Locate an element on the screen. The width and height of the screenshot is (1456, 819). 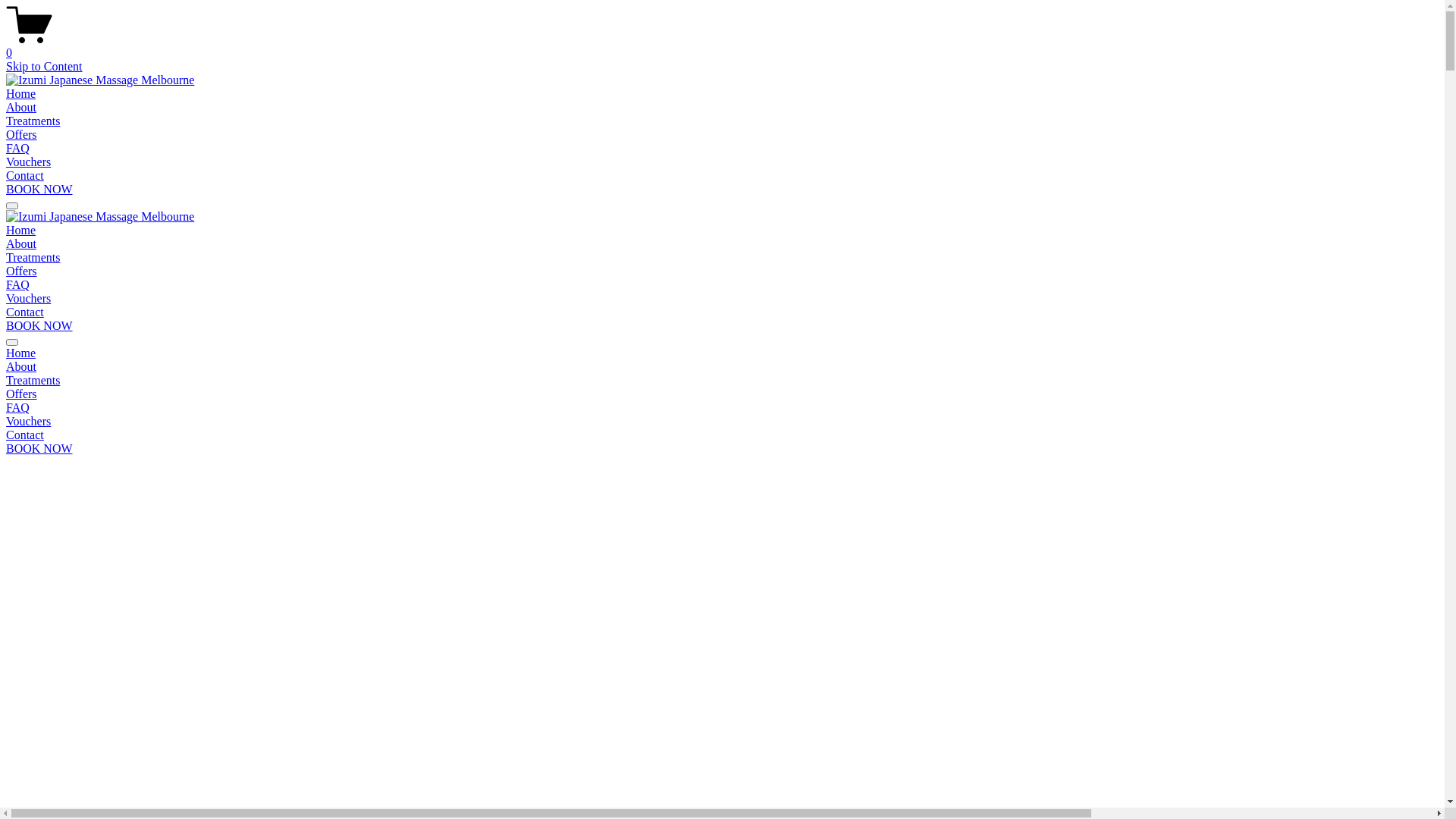
'BOOK NOW' is located at coordinates (39, 325).